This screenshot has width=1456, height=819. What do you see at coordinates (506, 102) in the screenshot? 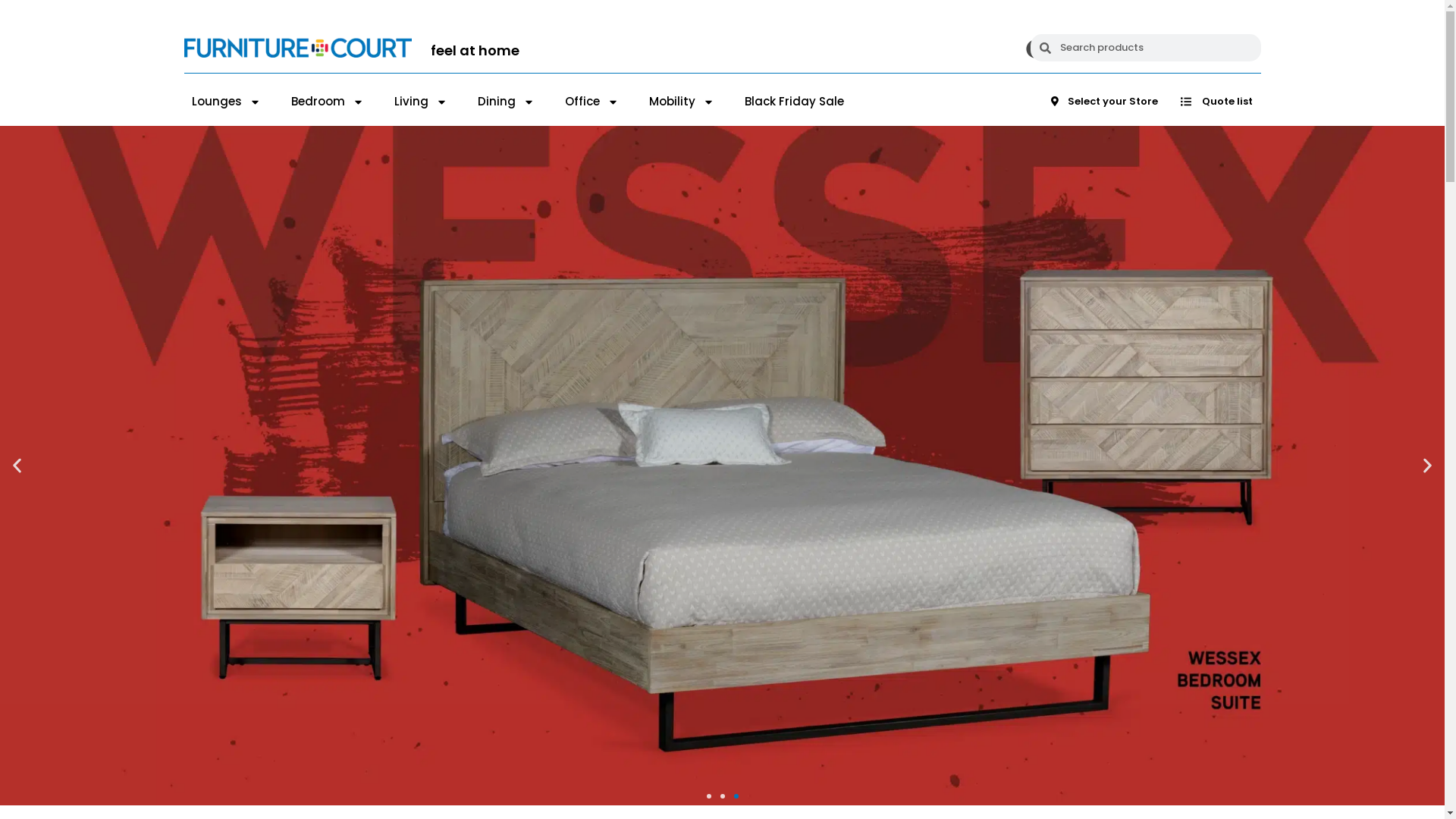
I see `'Dining'` at bounding box center [506, 102].